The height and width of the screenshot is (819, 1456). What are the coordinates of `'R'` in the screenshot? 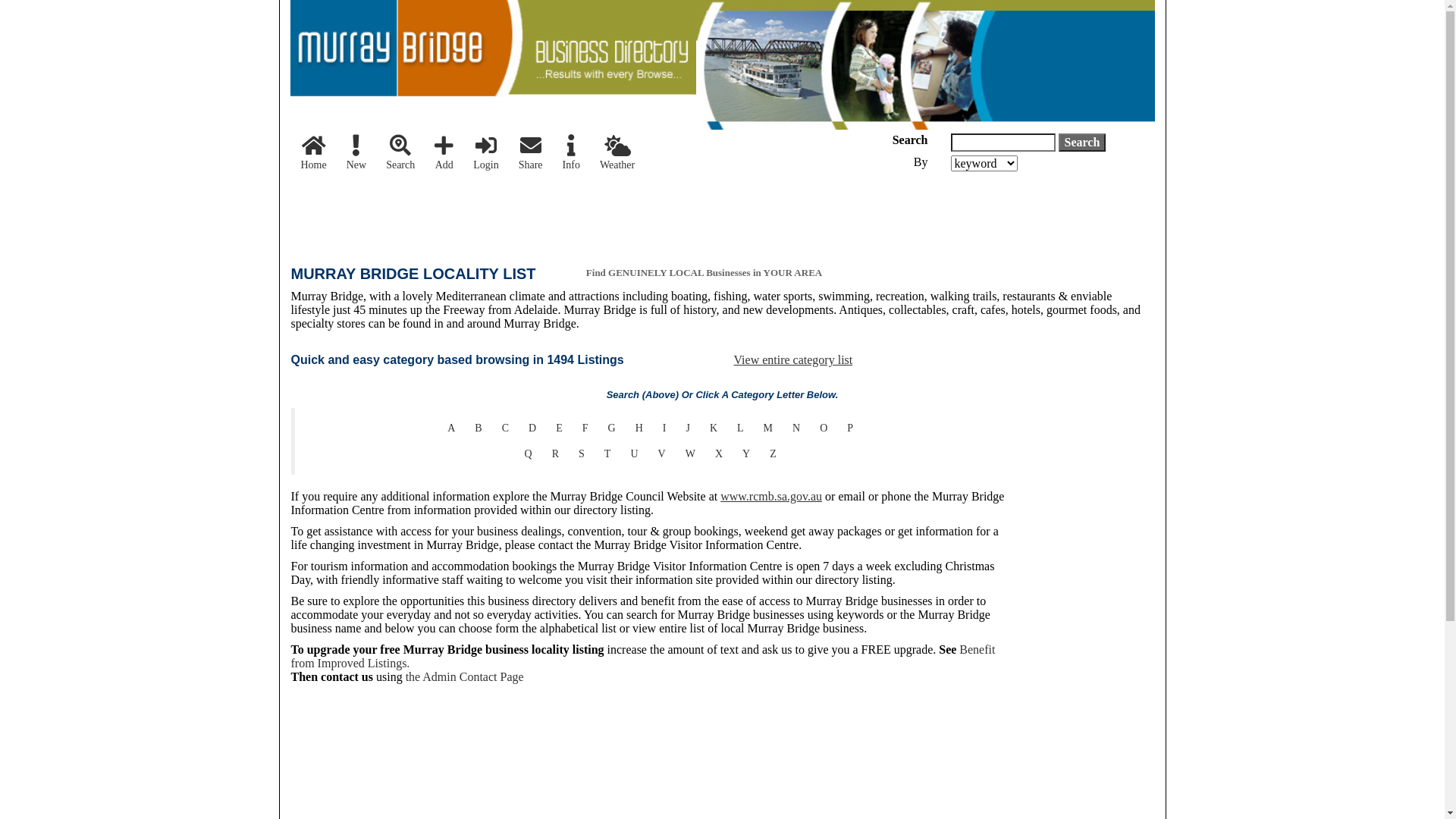 It's located at (554, 453).